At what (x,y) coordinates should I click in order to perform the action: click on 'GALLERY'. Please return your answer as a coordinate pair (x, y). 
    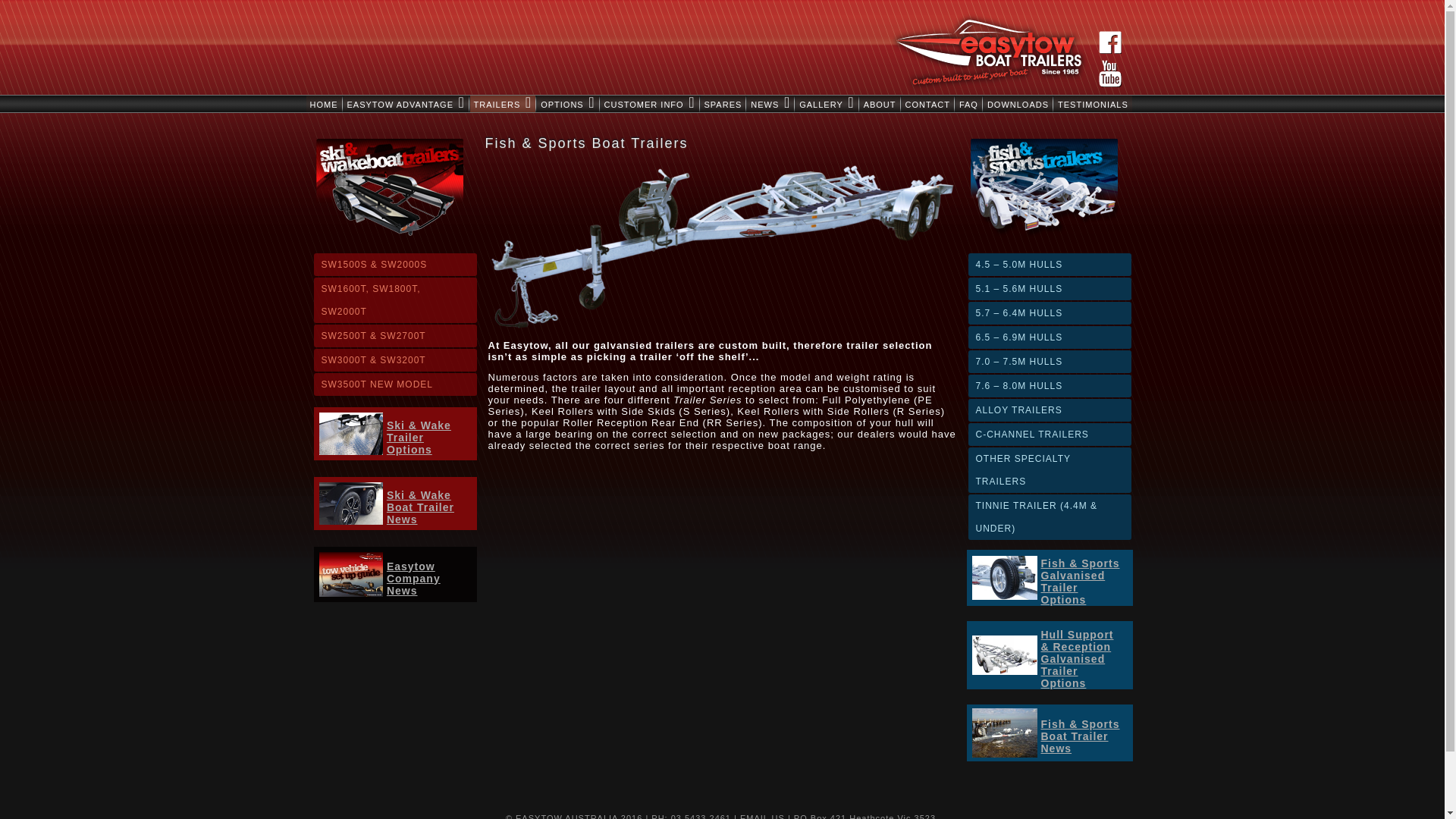
    Looking at the image, I should click on (825, 103).